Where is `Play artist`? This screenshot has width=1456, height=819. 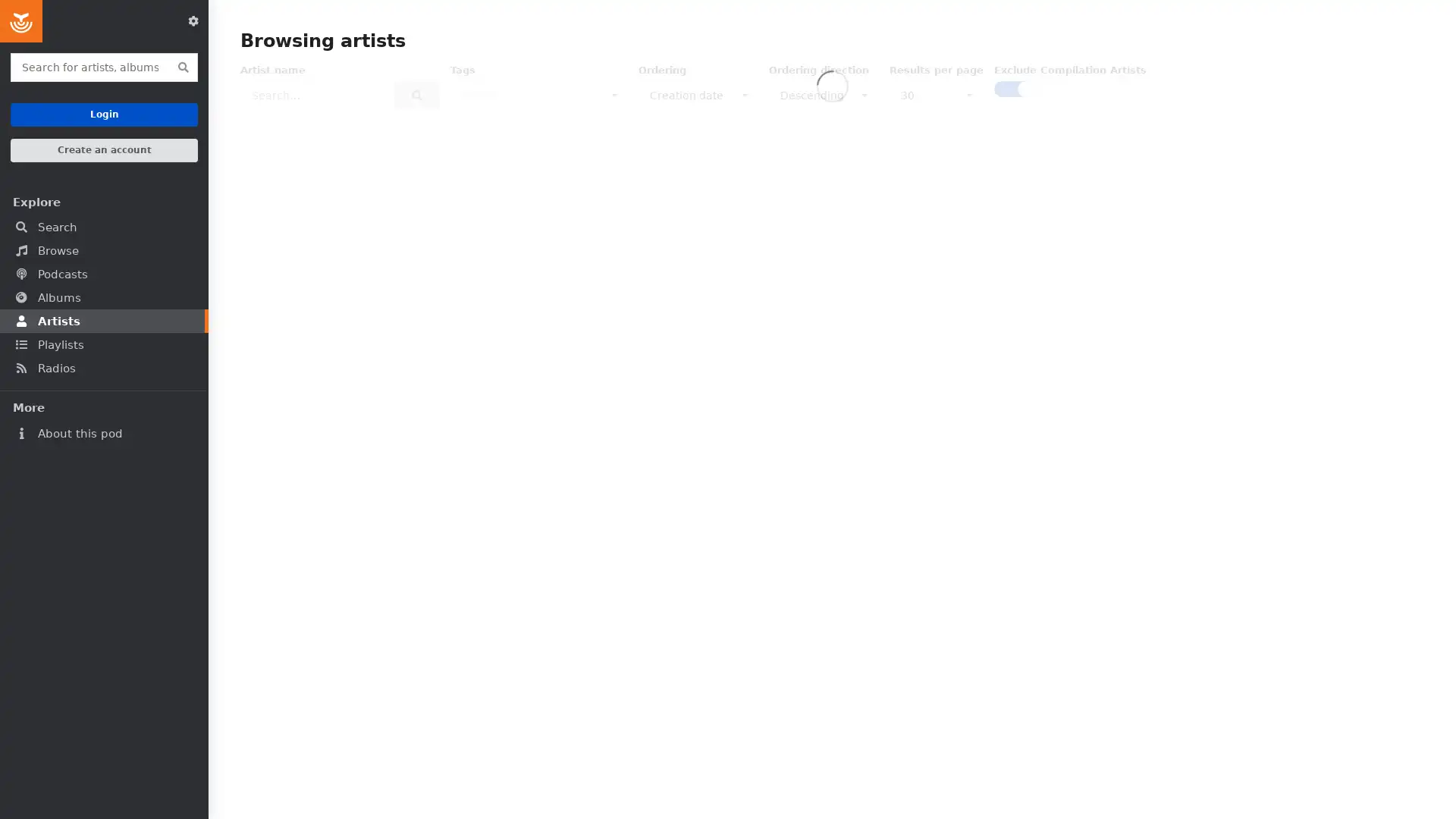
Play artist is located at coordinates (367, 259).